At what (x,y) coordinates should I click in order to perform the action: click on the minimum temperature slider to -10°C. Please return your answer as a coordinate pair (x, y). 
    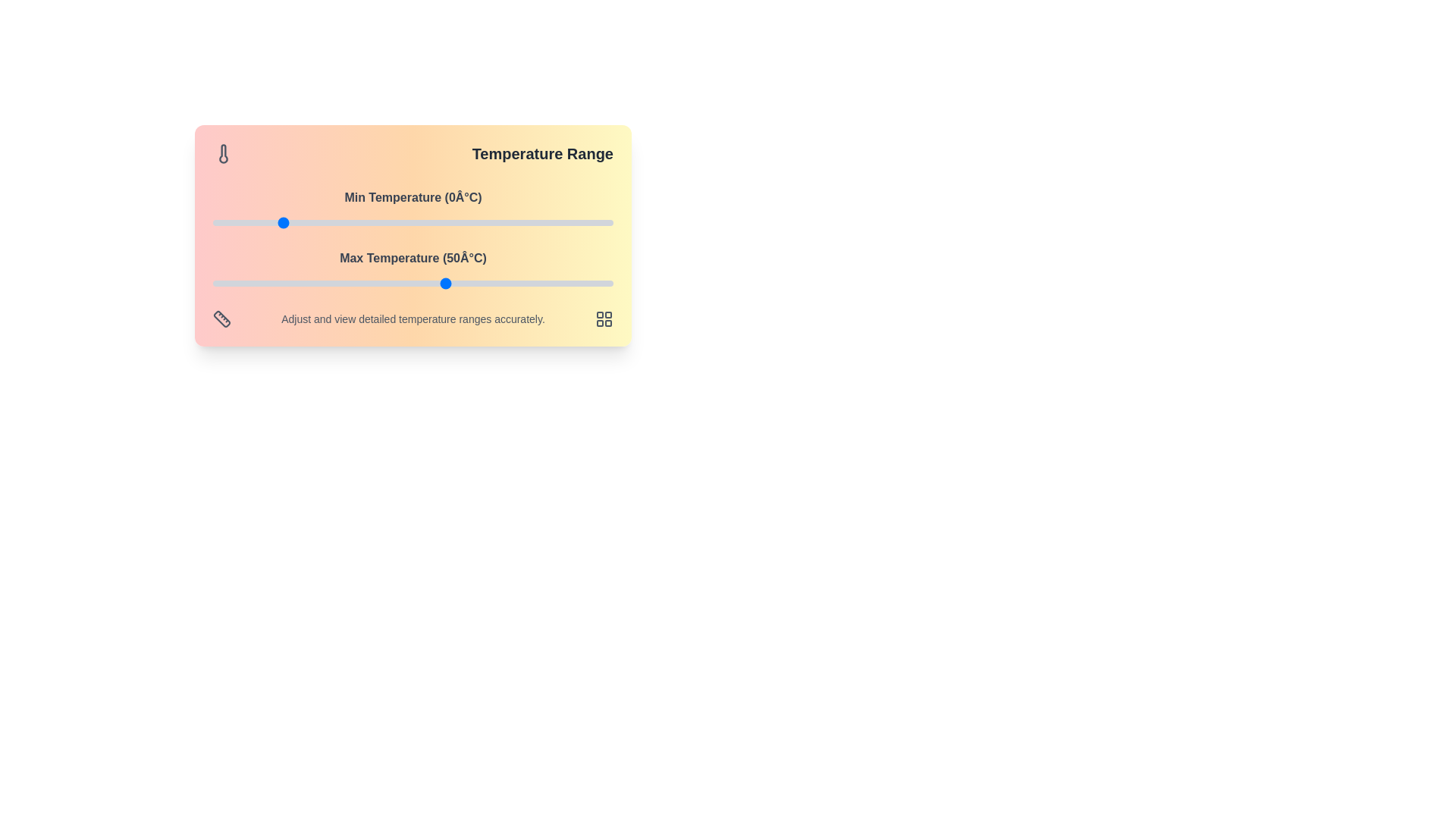
    Looking at the image, I should click on (246, 222).